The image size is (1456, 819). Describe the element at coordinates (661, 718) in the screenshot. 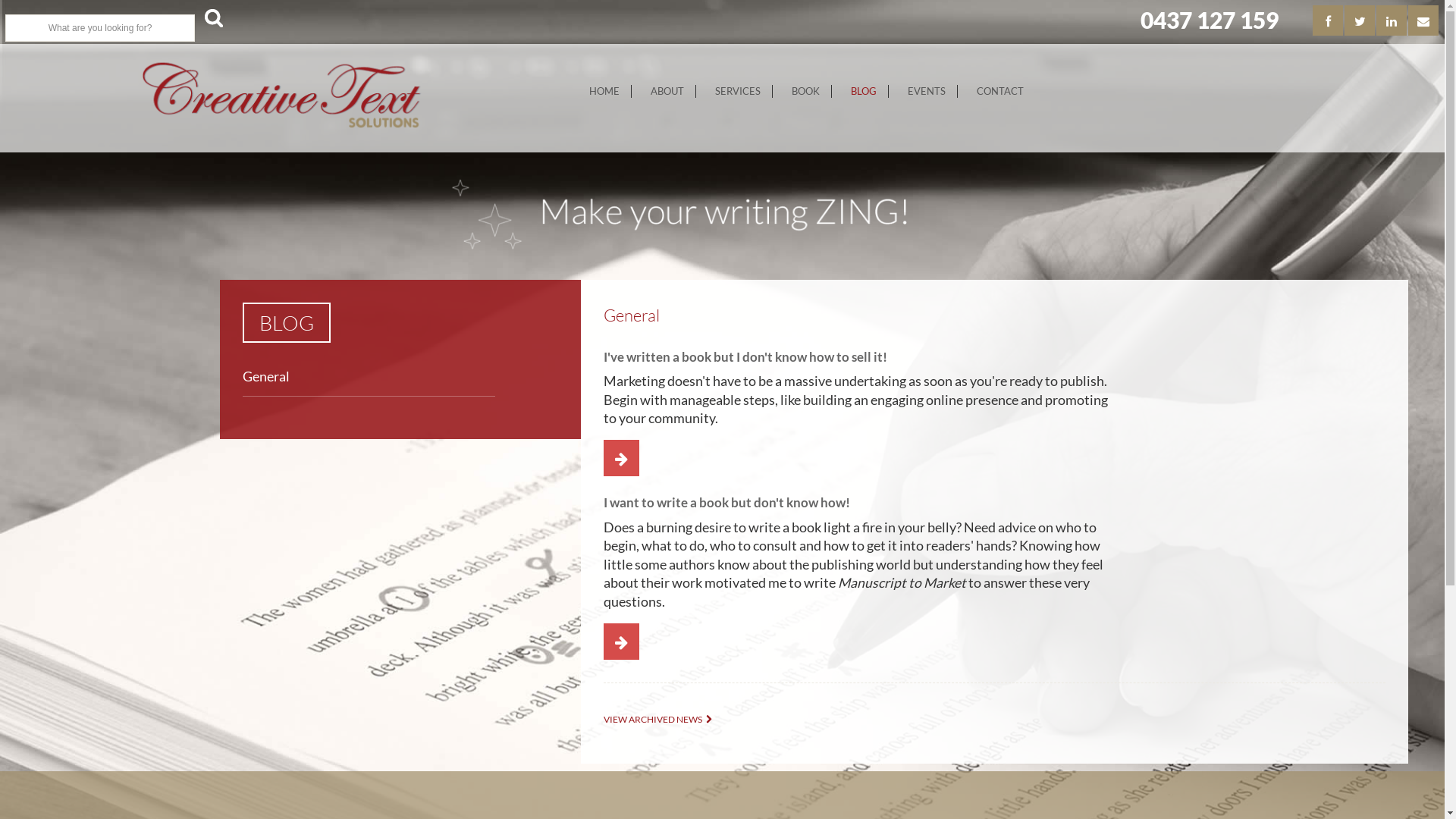

I see `'VIEW ARCHIVED NEWS'` at that location.